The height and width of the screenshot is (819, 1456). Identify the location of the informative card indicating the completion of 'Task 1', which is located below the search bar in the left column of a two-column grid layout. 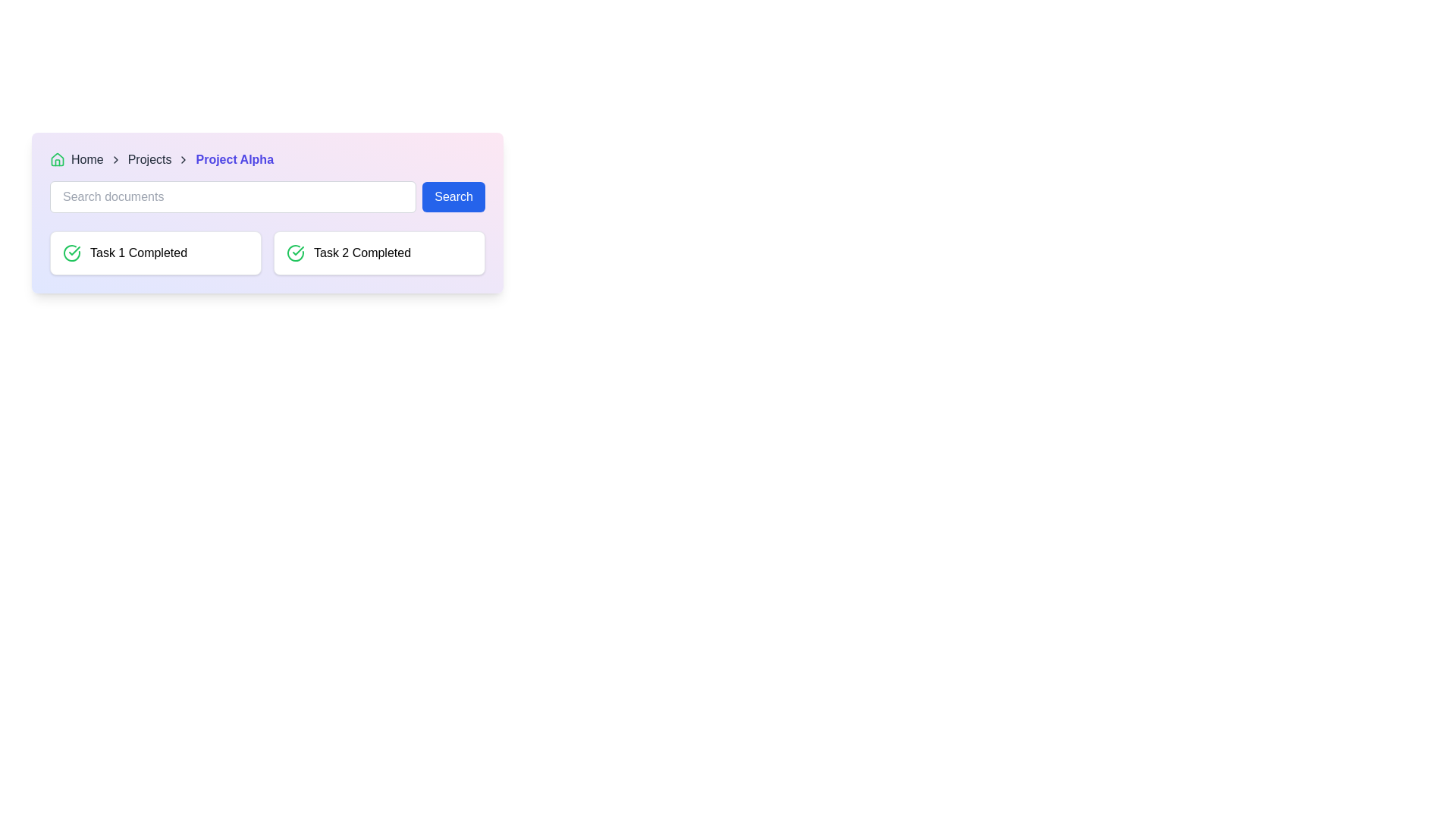
(155, 253).